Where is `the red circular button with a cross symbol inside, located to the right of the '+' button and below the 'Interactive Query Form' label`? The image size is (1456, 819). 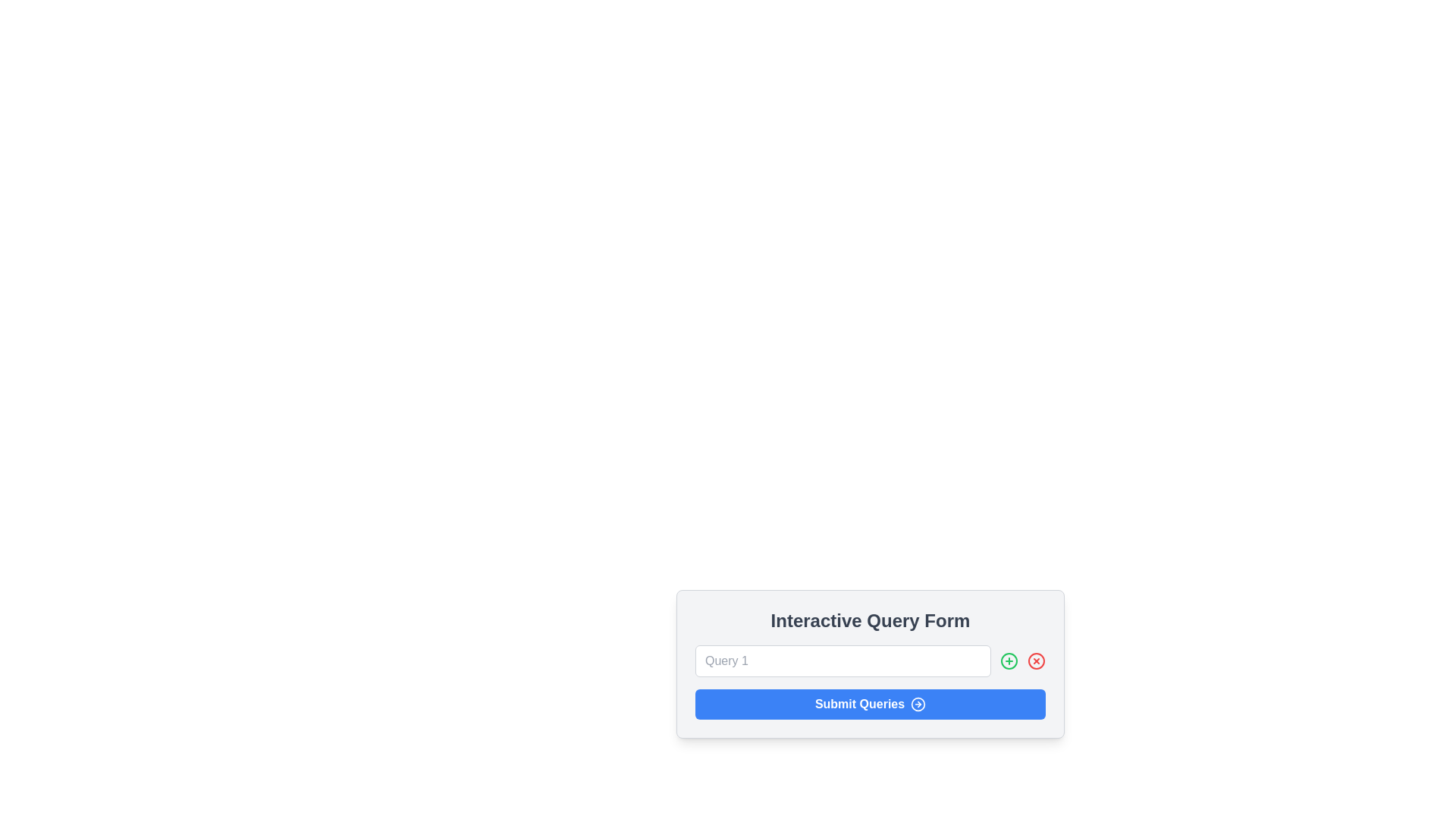
the red circular button with a cross symbol inside, located to the right of the '+' button and below the 'Interactive Query Form' label is located at coordinates (1036, 660).